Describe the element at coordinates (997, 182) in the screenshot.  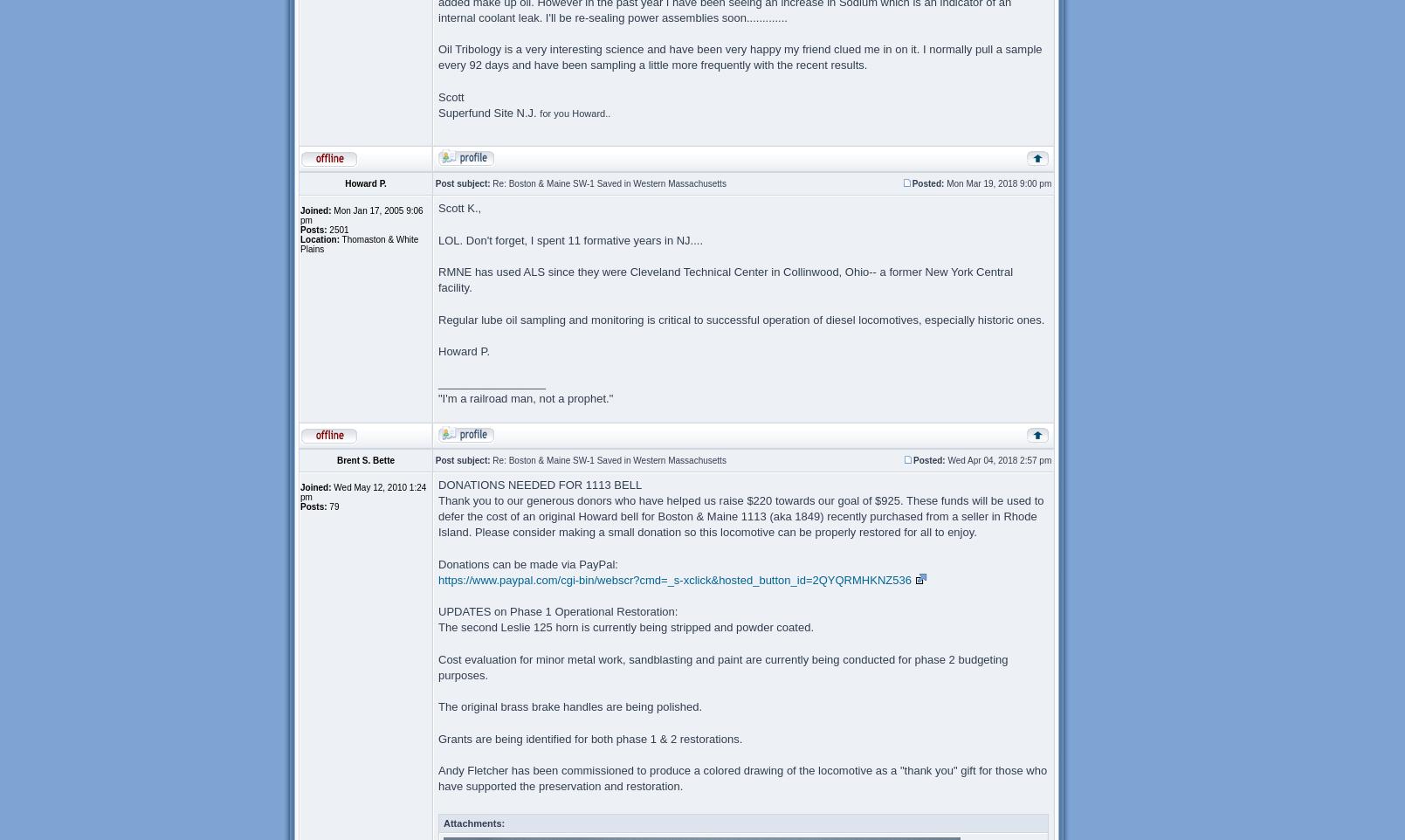
I see `'Mon Mar 19, 2018 9:00 pm'` at that location.